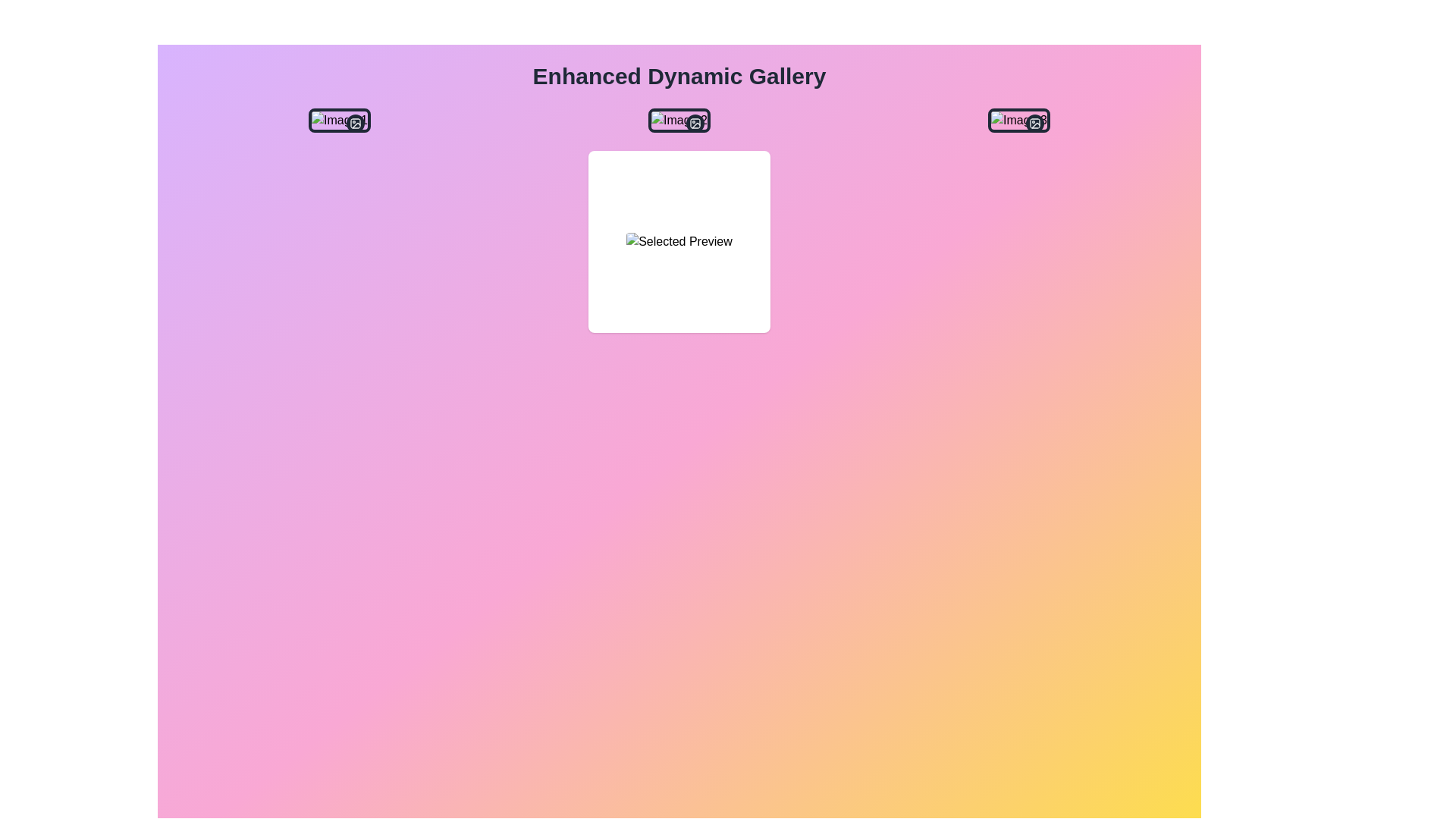 The width and height of the screenshot is (1456, 819). I want to click on the circular icon located at the top-right of the adjacent rectangular image with rounded corners to interact with it, so click(1034, 122).